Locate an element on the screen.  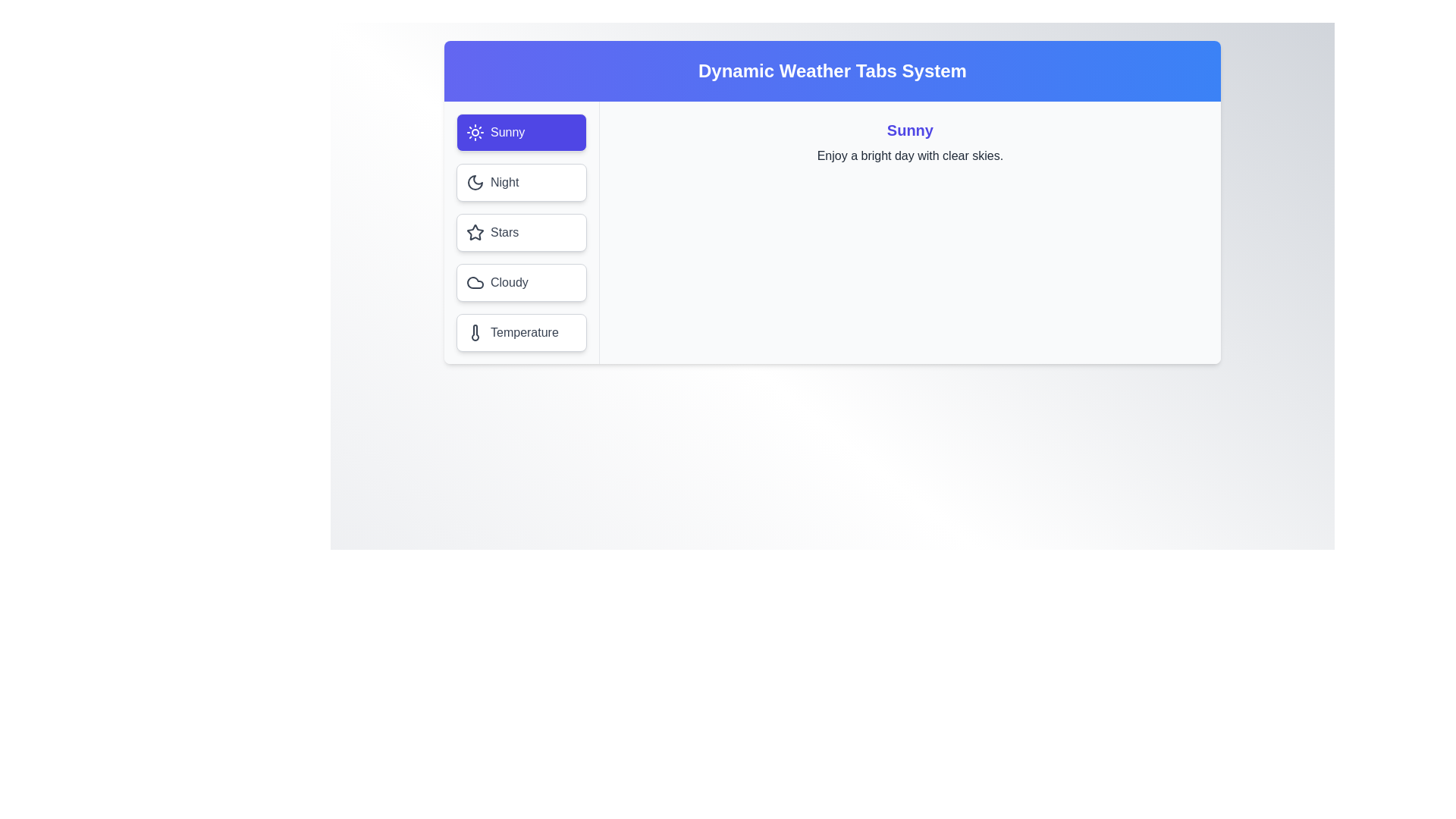
the Stars tab is located at coordinates (521, 233).